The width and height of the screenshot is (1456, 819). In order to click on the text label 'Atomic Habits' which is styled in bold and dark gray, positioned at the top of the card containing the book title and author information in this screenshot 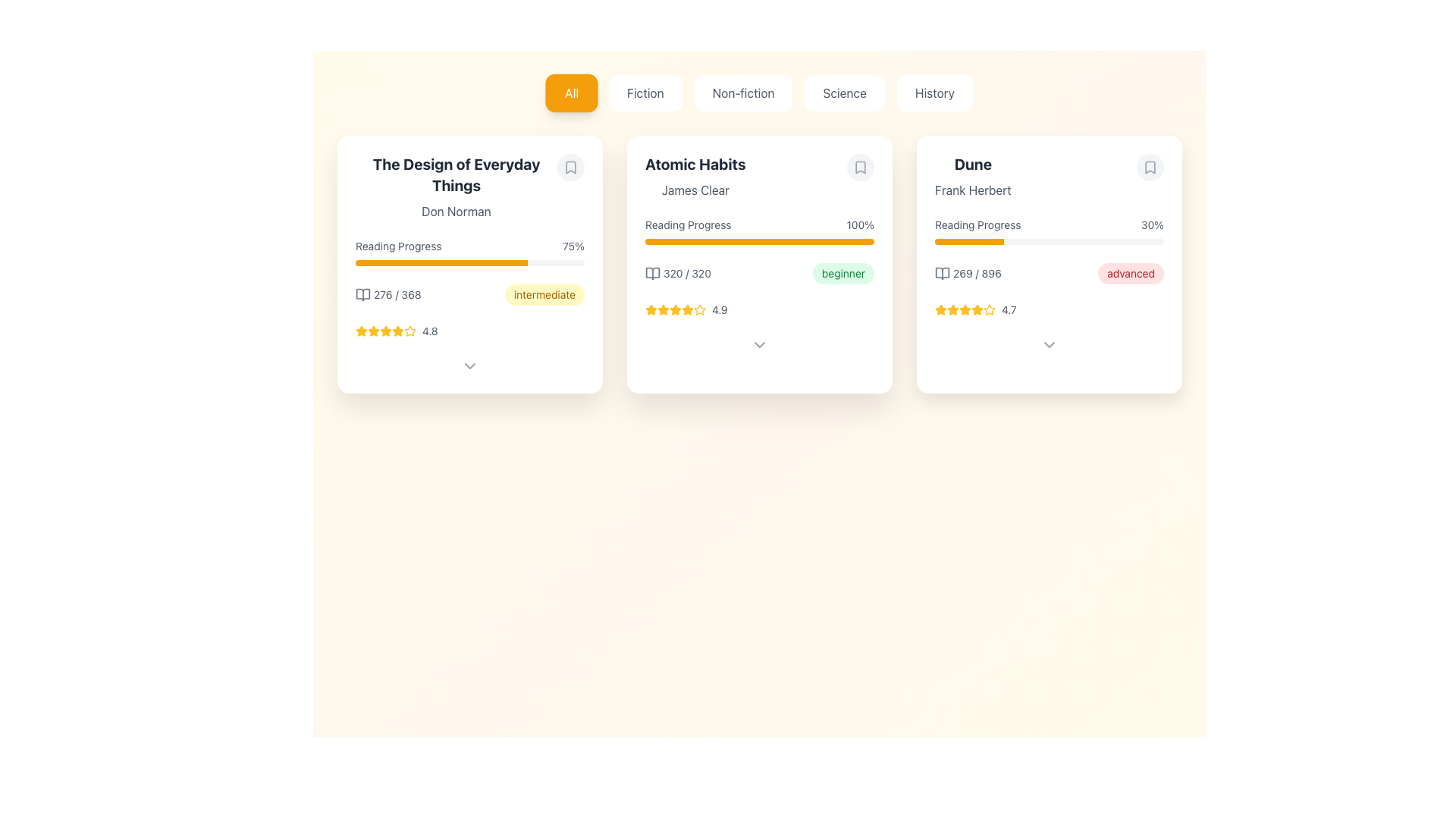, I will do `click(695, 164)`.